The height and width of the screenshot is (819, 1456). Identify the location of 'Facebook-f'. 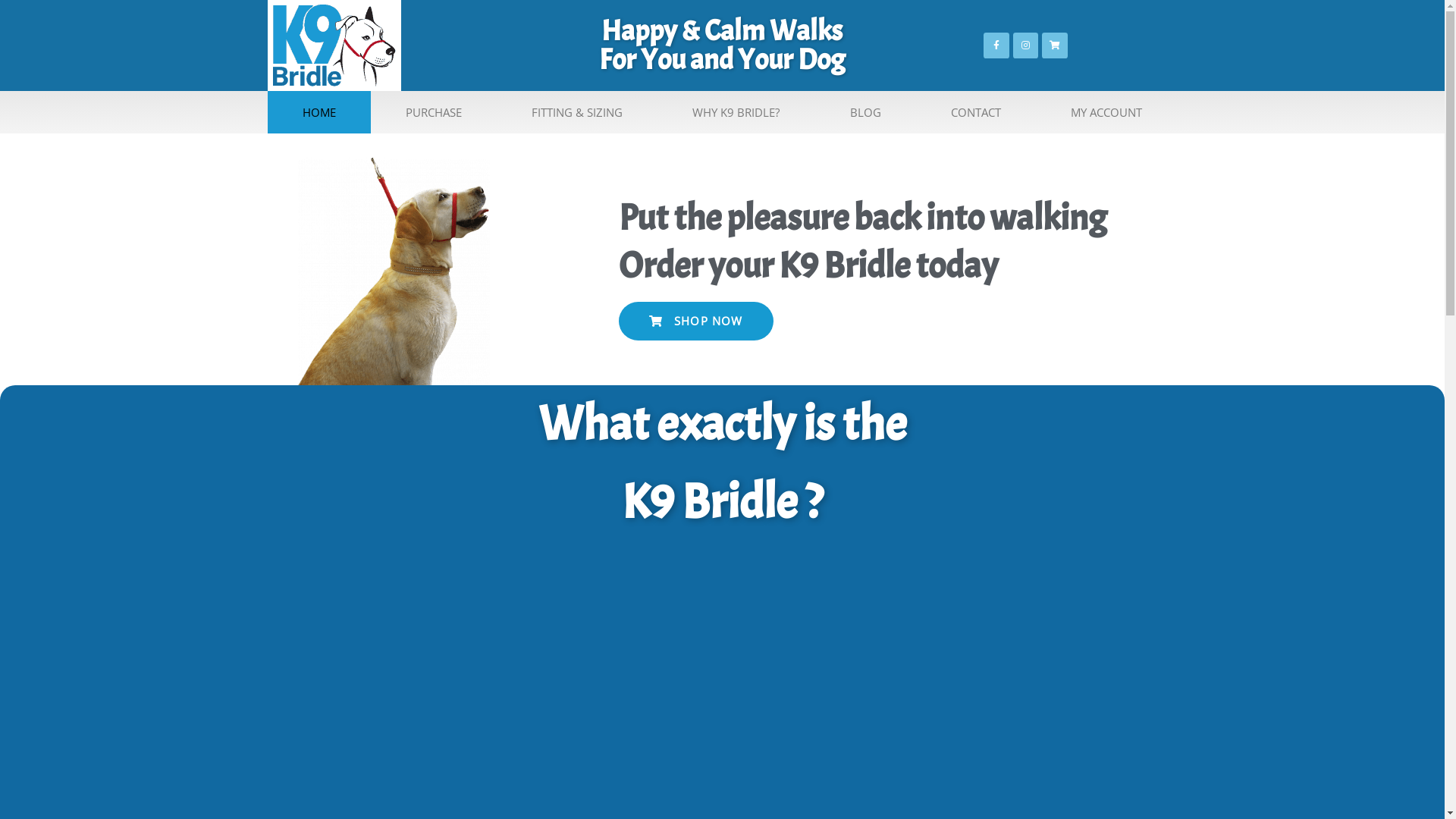
(996, 45).